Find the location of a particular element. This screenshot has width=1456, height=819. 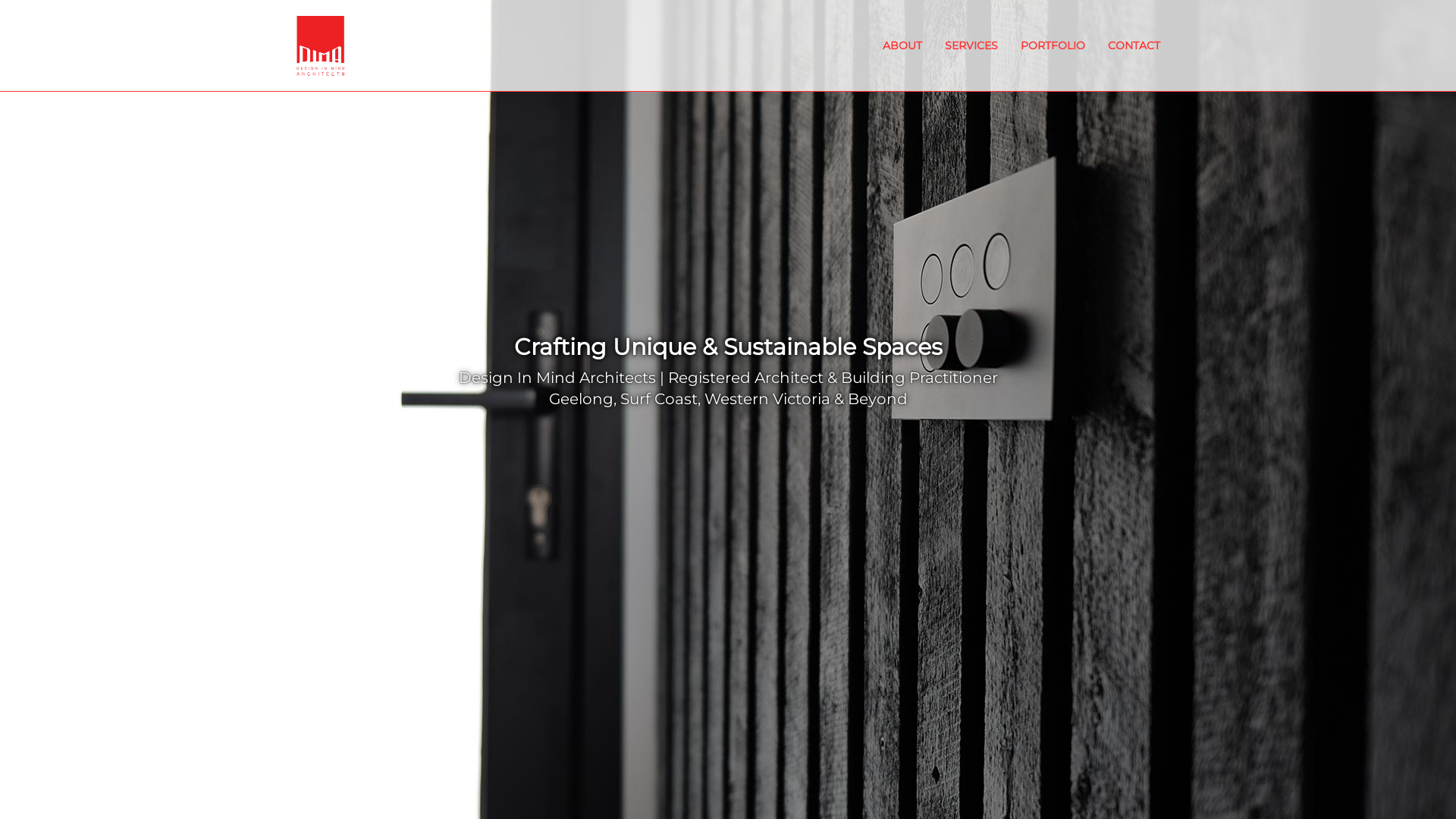

'PORTFOLIO' is located at coordinates (1052, 45).